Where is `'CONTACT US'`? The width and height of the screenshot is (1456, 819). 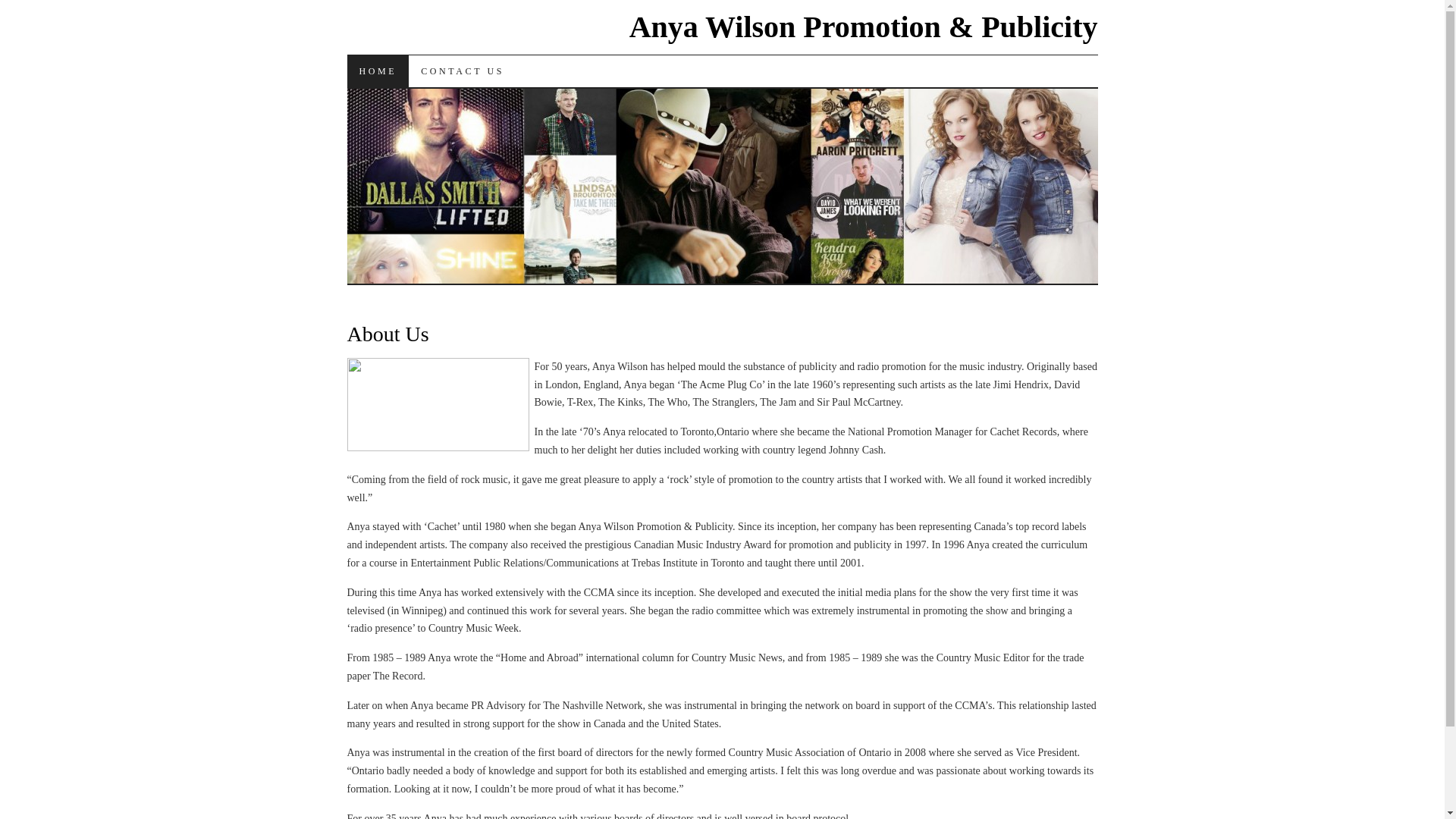 'CONTACT US' is located at coordinates (461, 71).